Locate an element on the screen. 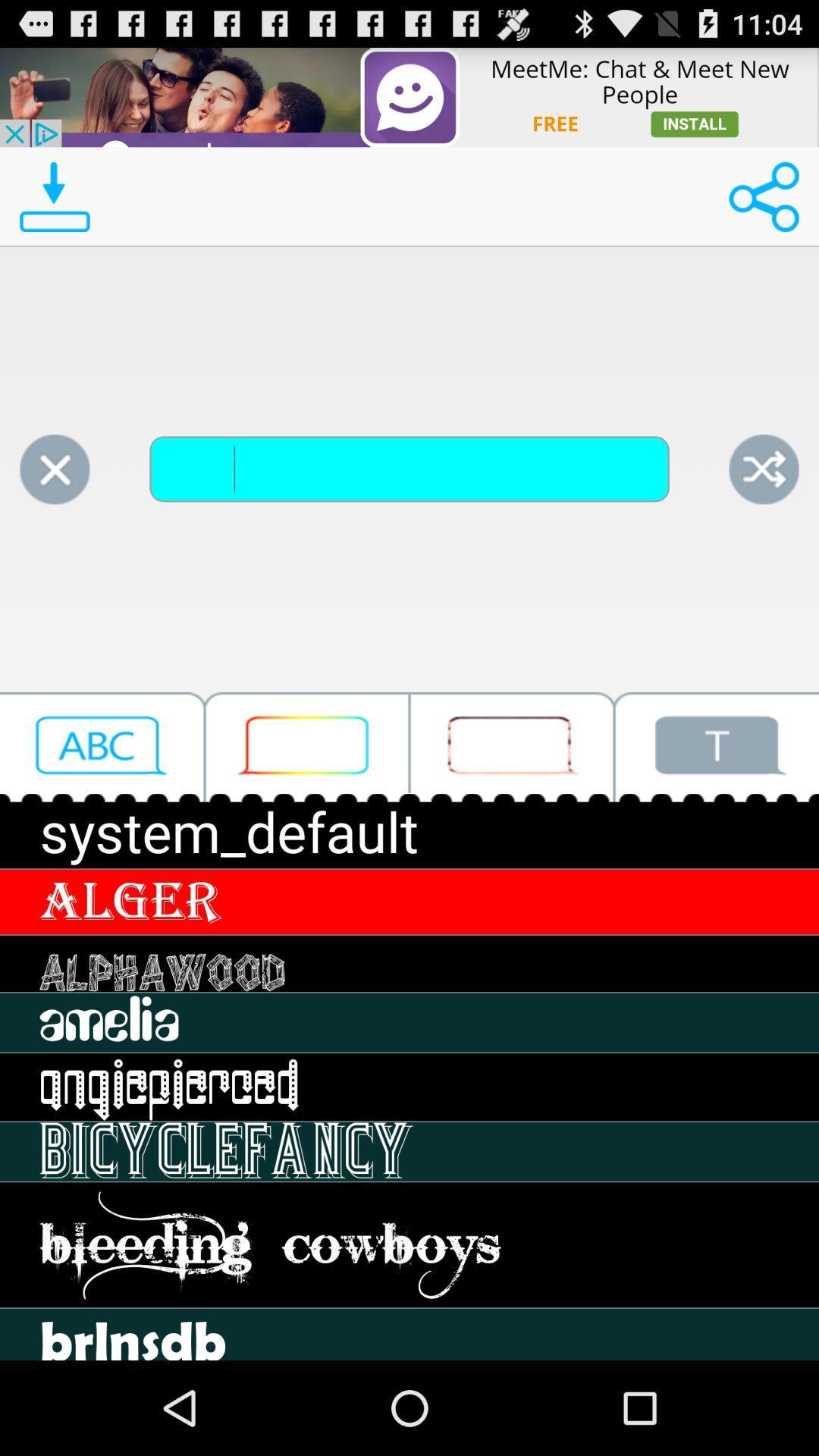 This screenshot has height=1456, width=819. option is located at coordinates (307, 747).